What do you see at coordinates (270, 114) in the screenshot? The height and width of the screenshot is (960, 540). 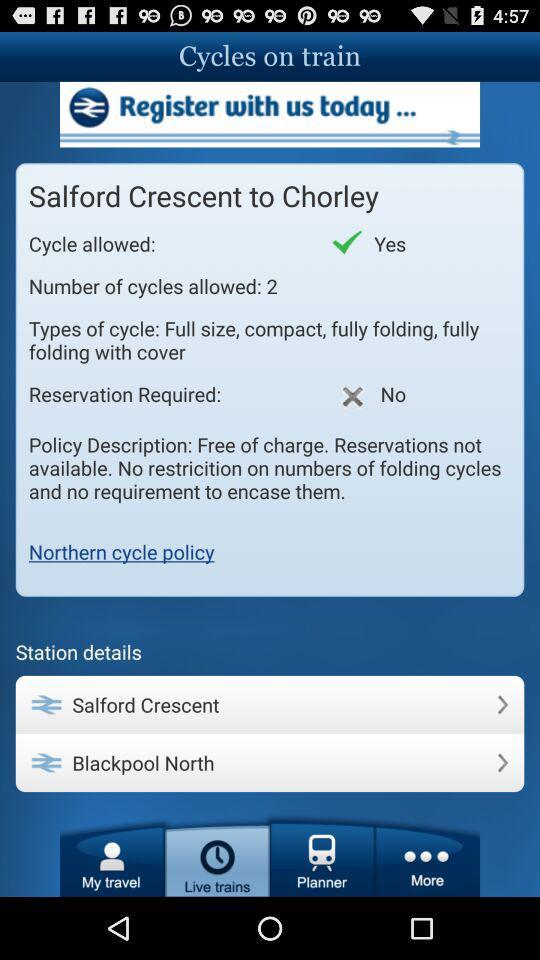 I see `registration form link` at bounding box center [270, 114].